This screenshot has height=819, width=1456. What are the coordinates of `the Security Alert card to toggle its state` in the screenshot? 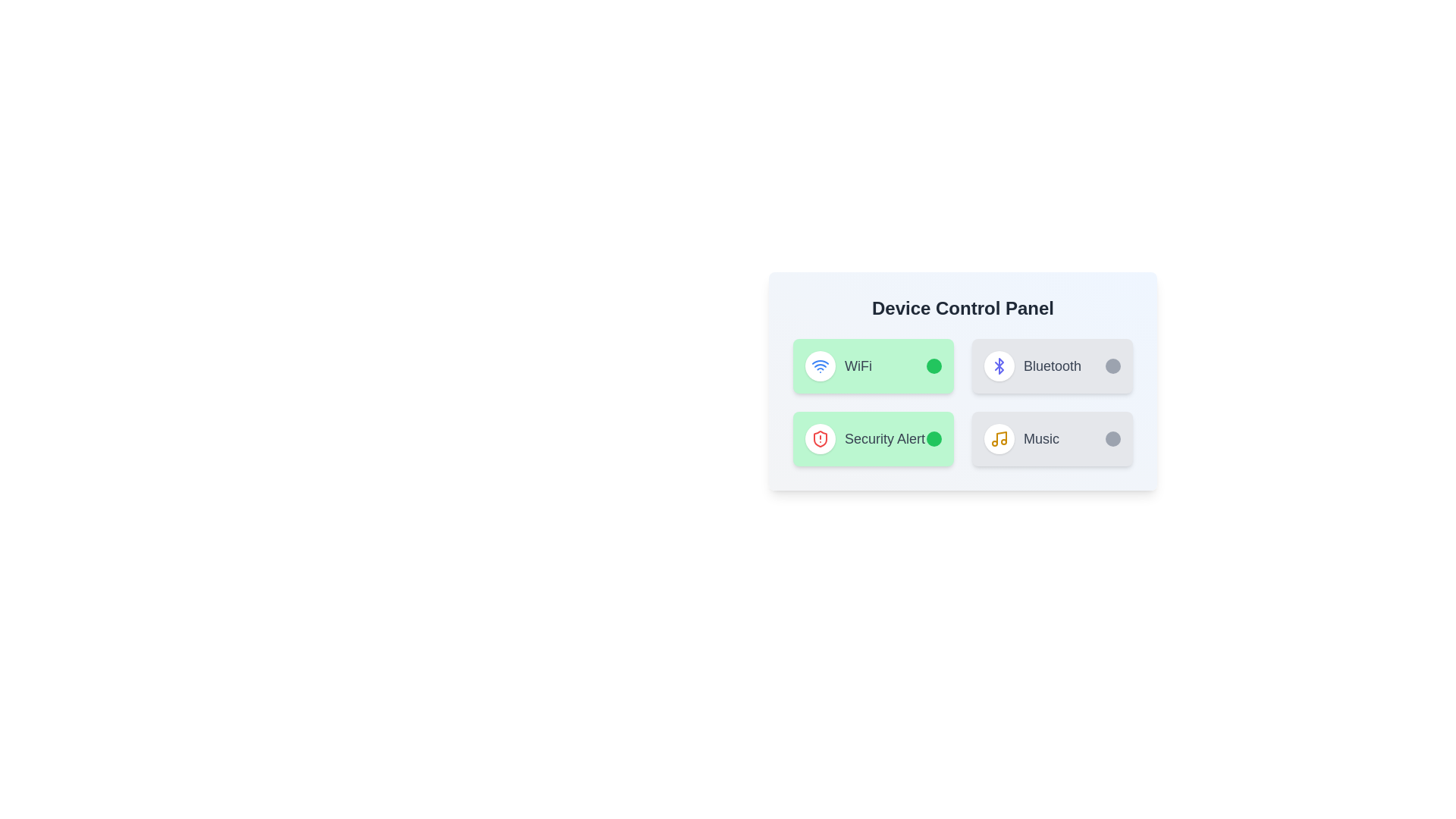 It's located at (874, 438).